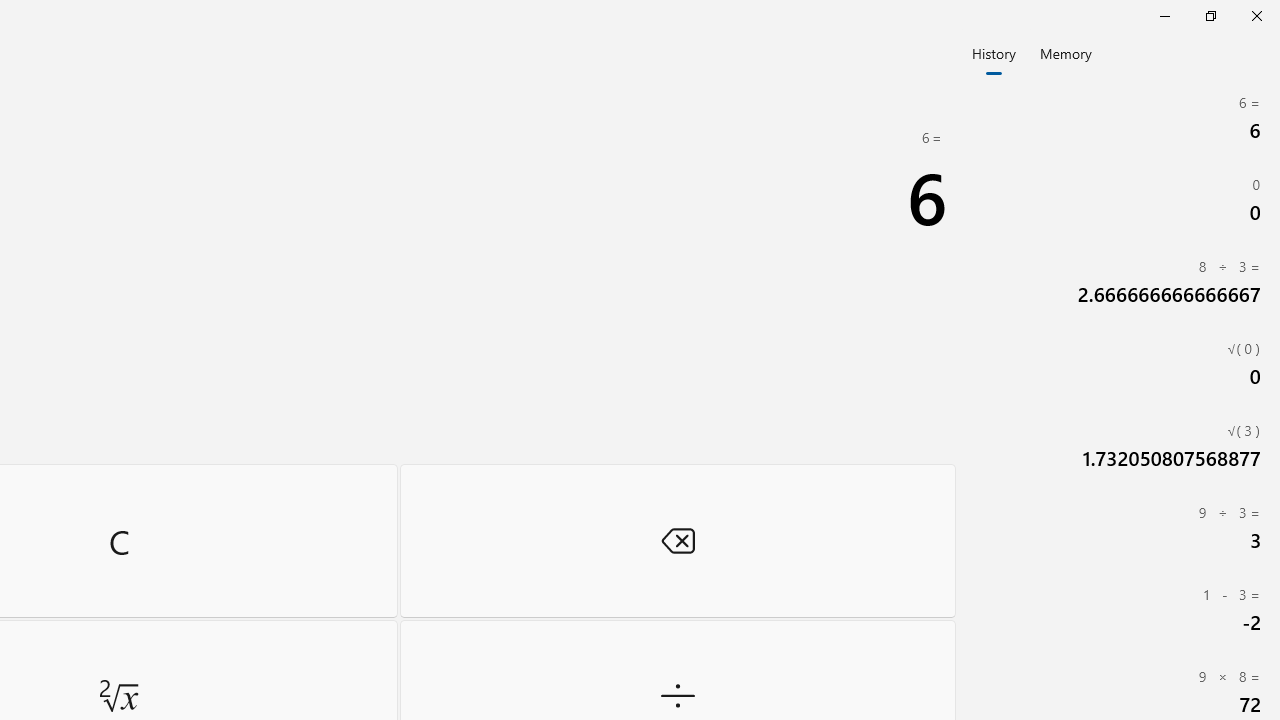 The width and height of the screenshot is (1280, 720). What do you see at coordinates (1120, 608) in the screenshot?
I see `'1 Minus ( 3= Minus (2'` at bounding box center [1120, 608].